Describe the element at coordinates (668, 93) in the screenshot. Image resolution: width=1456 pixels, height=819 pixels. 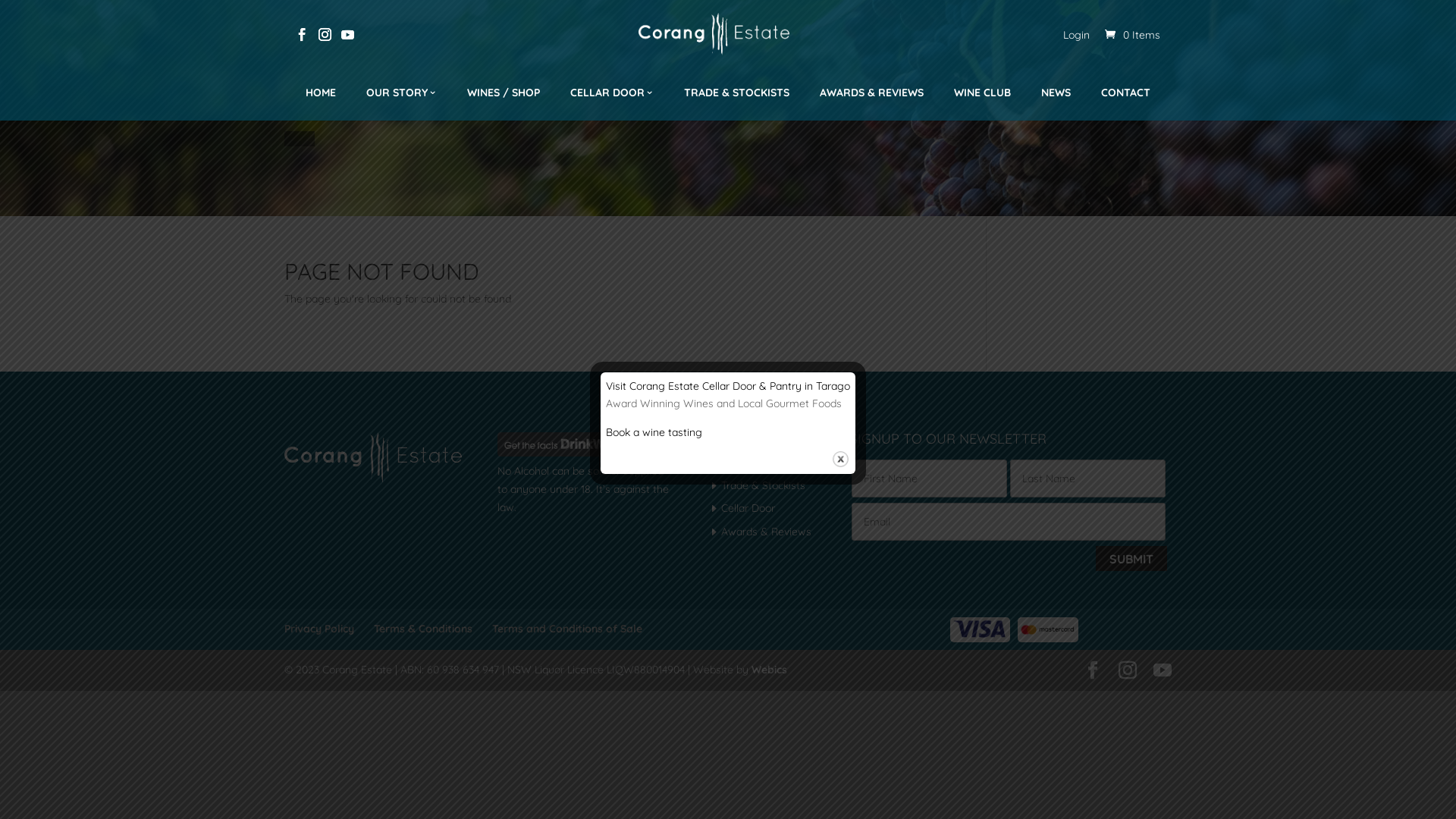
I see `'TRADE & STOCKISTS'` at that location.